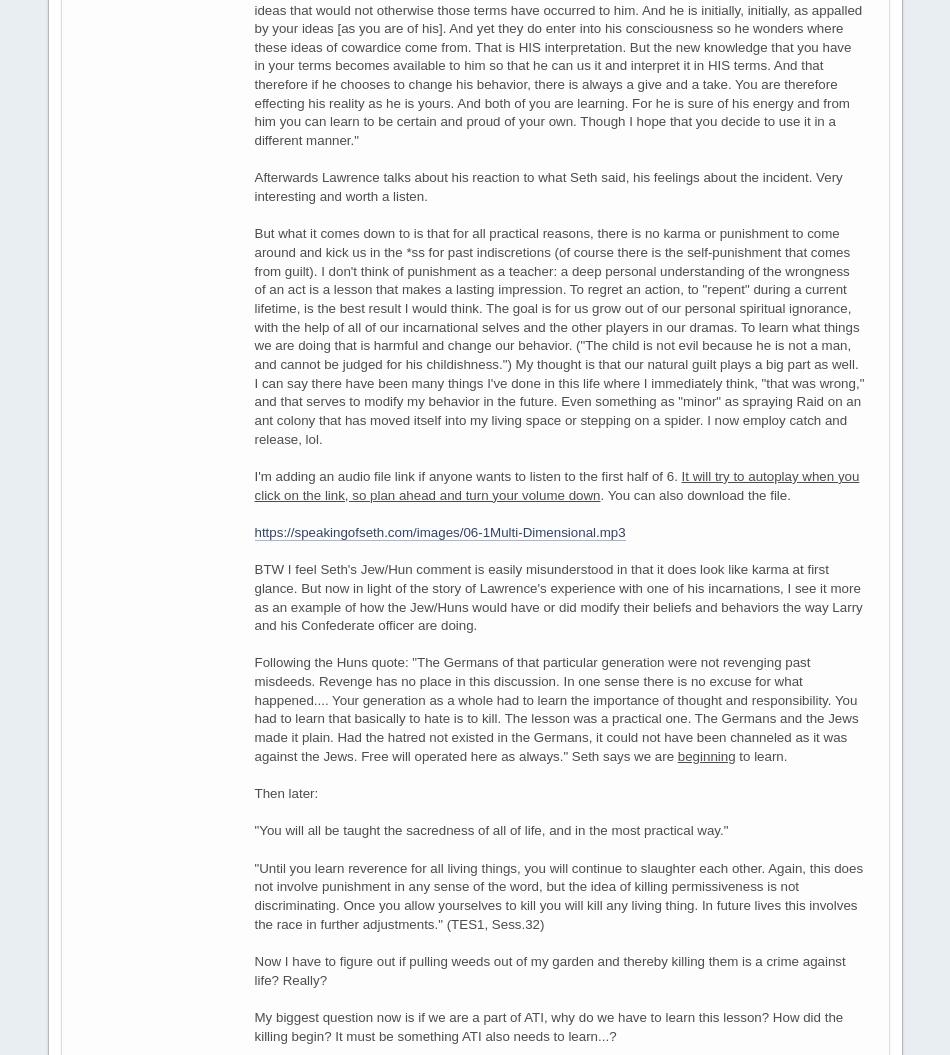  What do you see at coordinates (548, 1024) in the screenshot?
I see `'My biggest question now is if we are a part of ATI, why do we have to learn this lesson? How did the killing begin? It must be something ATI also needs to learn...?'` at bounding box center [548, 1024].